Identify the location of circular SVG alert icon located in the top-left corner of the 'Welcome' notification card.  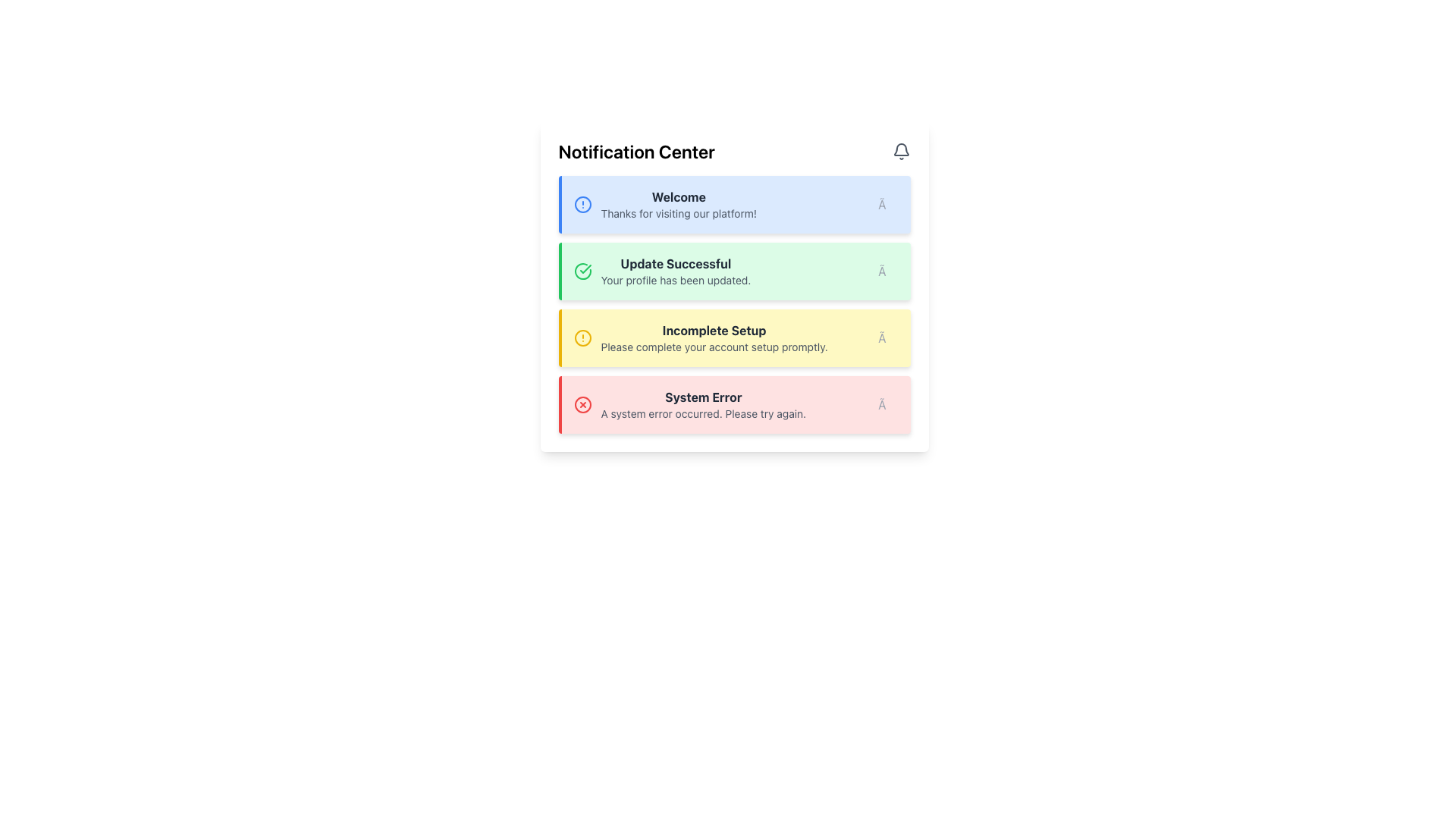
(582, 205).